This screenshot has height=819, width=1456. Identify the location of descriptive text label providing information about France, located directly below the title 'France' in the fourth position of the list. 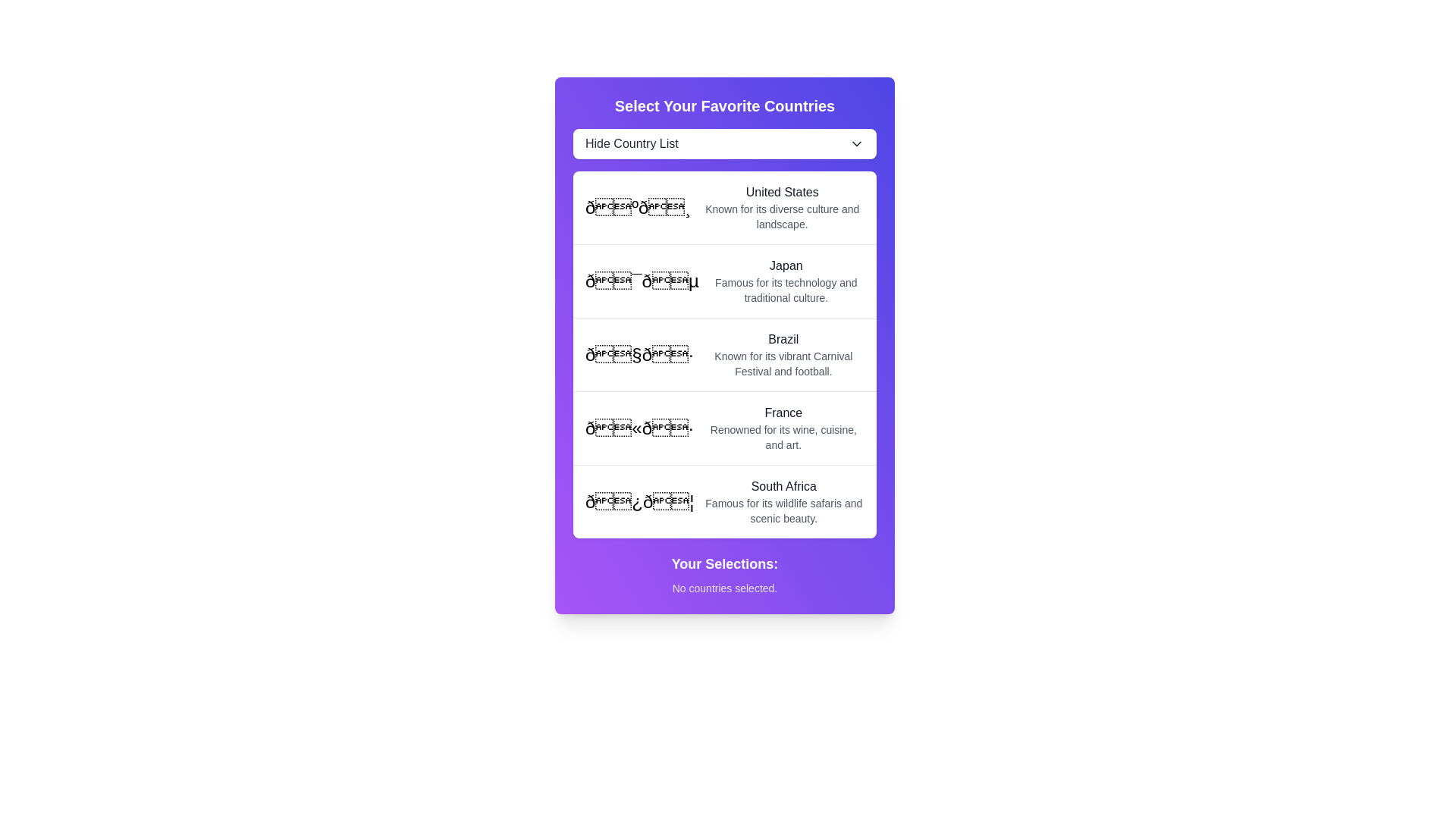
(783, 438).